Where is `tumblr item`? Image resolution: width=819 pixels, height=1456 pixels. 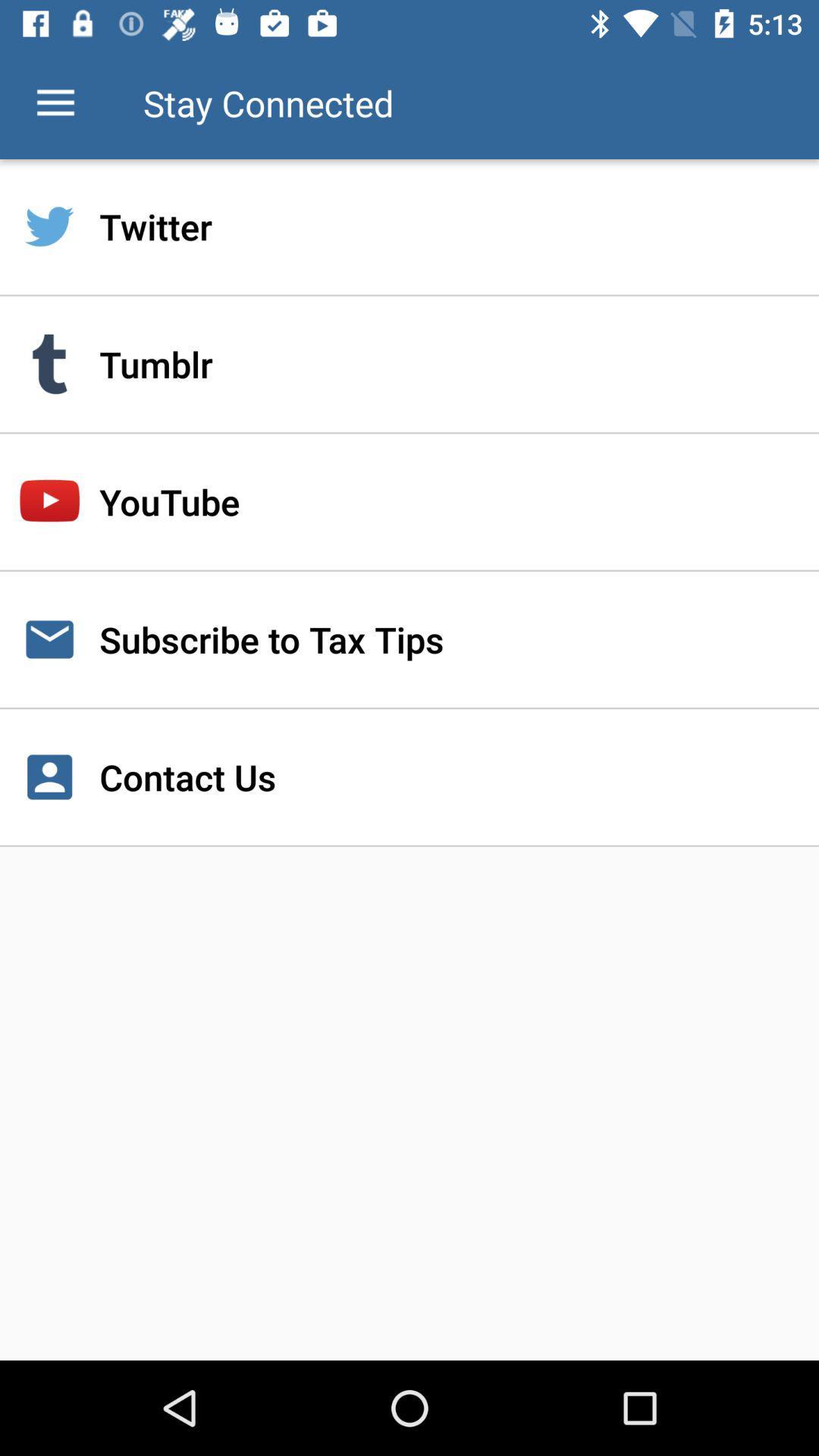 tumblr item is located at coordinates (409, 364).